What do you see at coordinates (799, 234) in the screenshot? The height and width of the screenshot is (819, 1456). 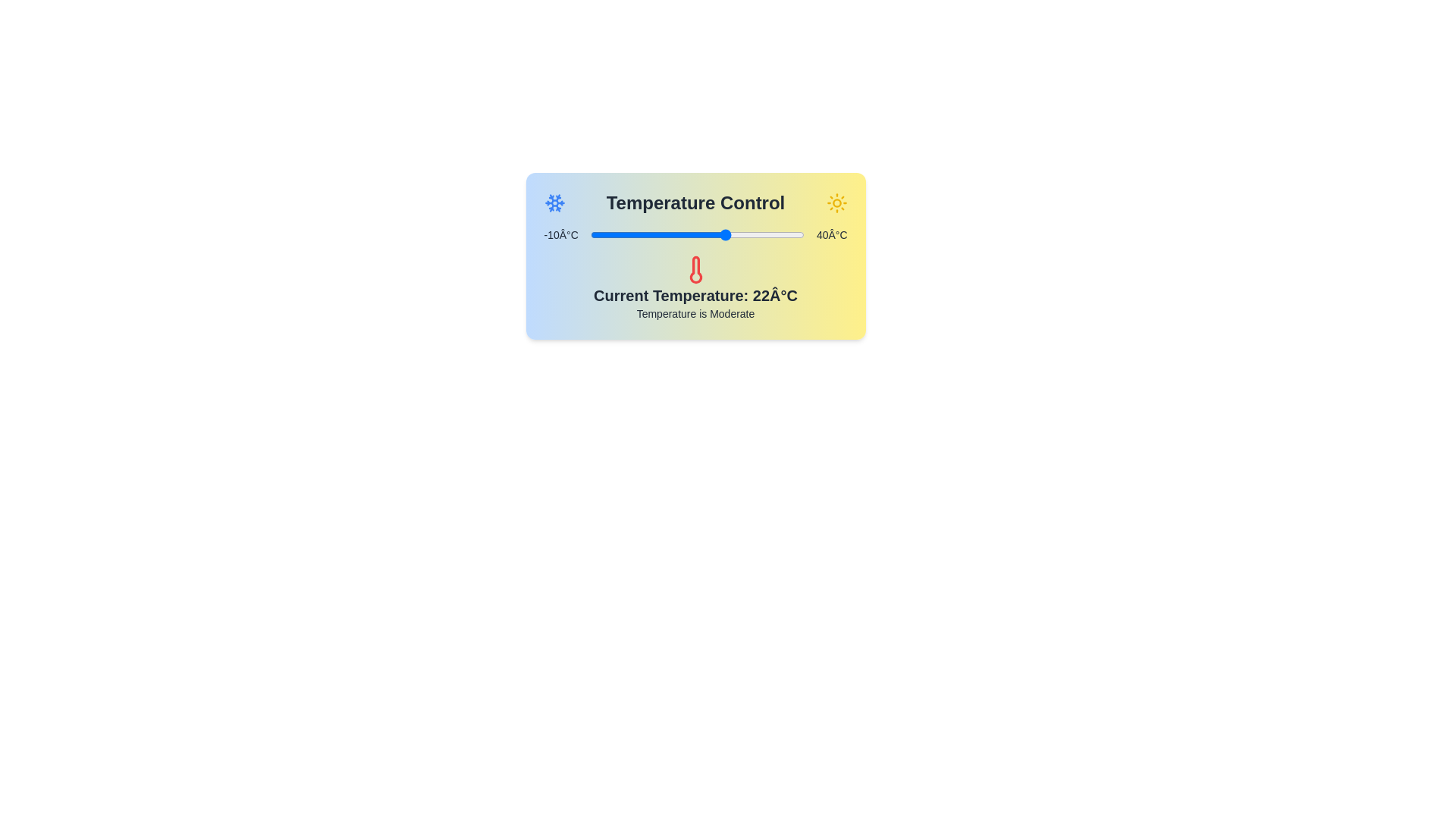 I see `the slider to set the temperature to 39°C` at bounding box center [799, 234].